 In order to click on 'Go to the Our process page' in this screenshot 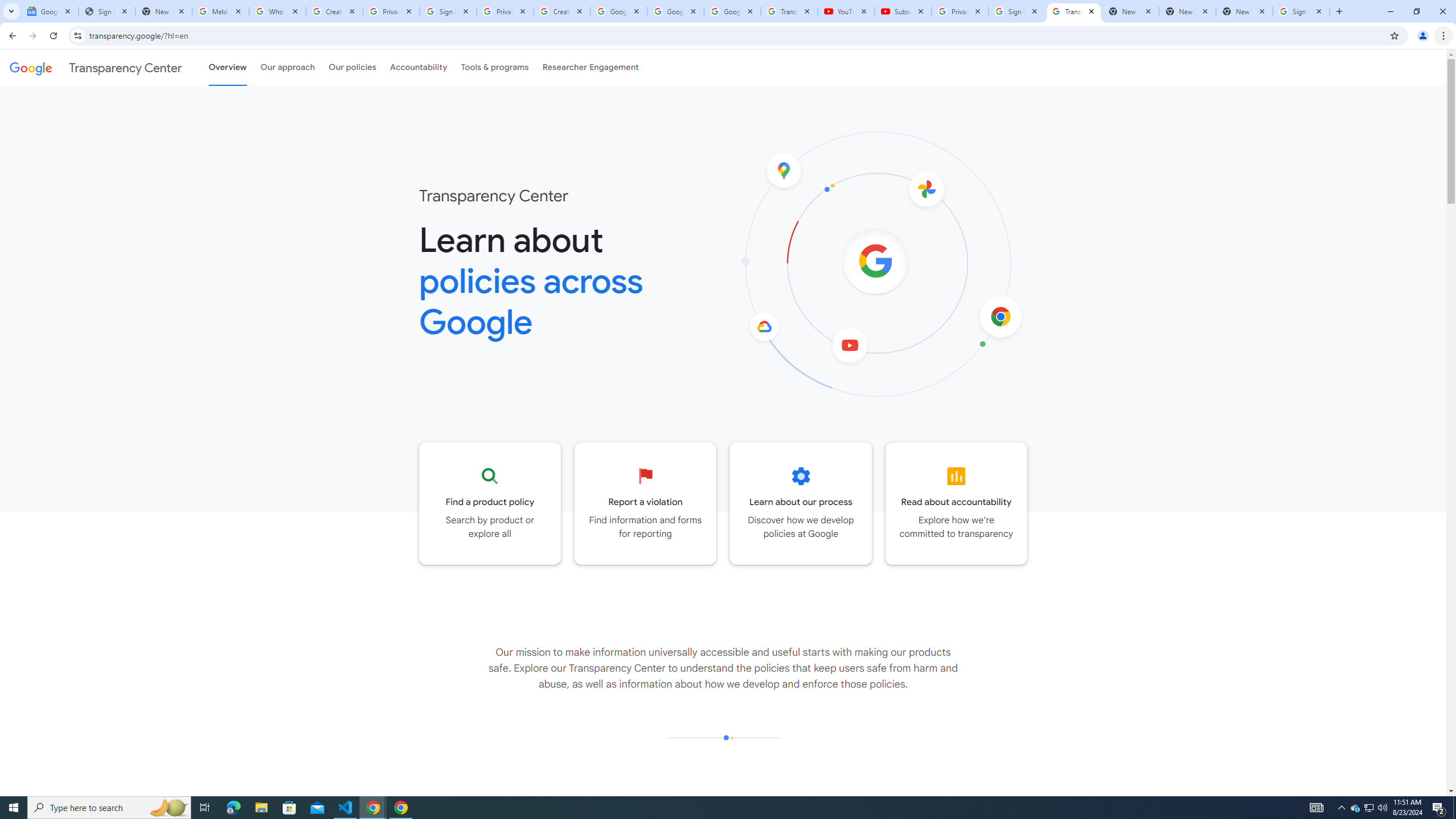, I will do `click(800, 503)`.